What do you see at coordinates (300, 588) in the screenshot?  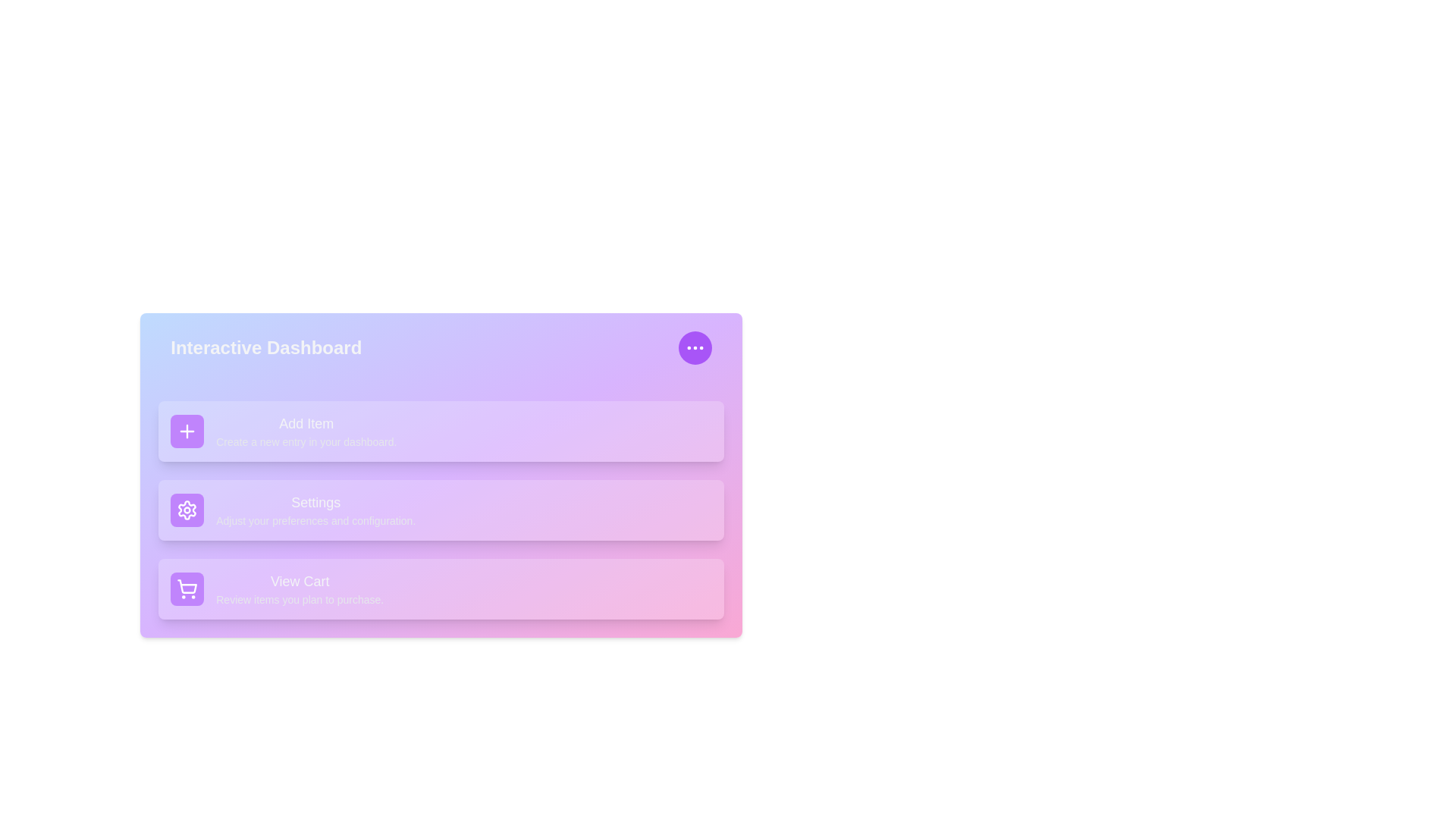 I see `the 'View Cart' option to navigate to the cart review page` at bounding box center [300, 588].